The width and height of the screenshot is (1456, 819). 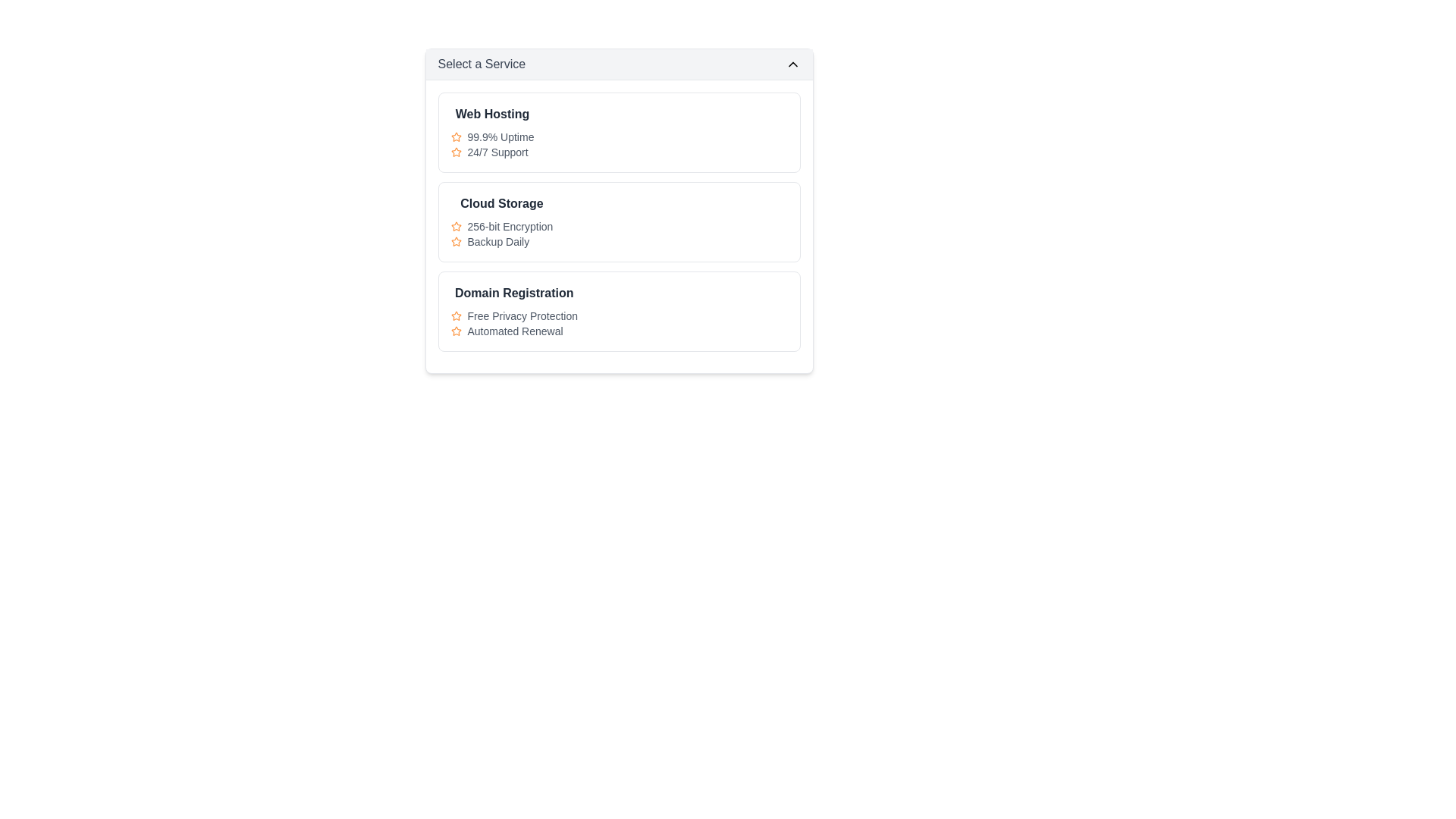 I want to click on text block containing '99.9% Uptime' and '24/7 Support' with orange star icons, located below the 'Web Hosting' title in the 'Select a Service' section, so click(x=492, y=145).